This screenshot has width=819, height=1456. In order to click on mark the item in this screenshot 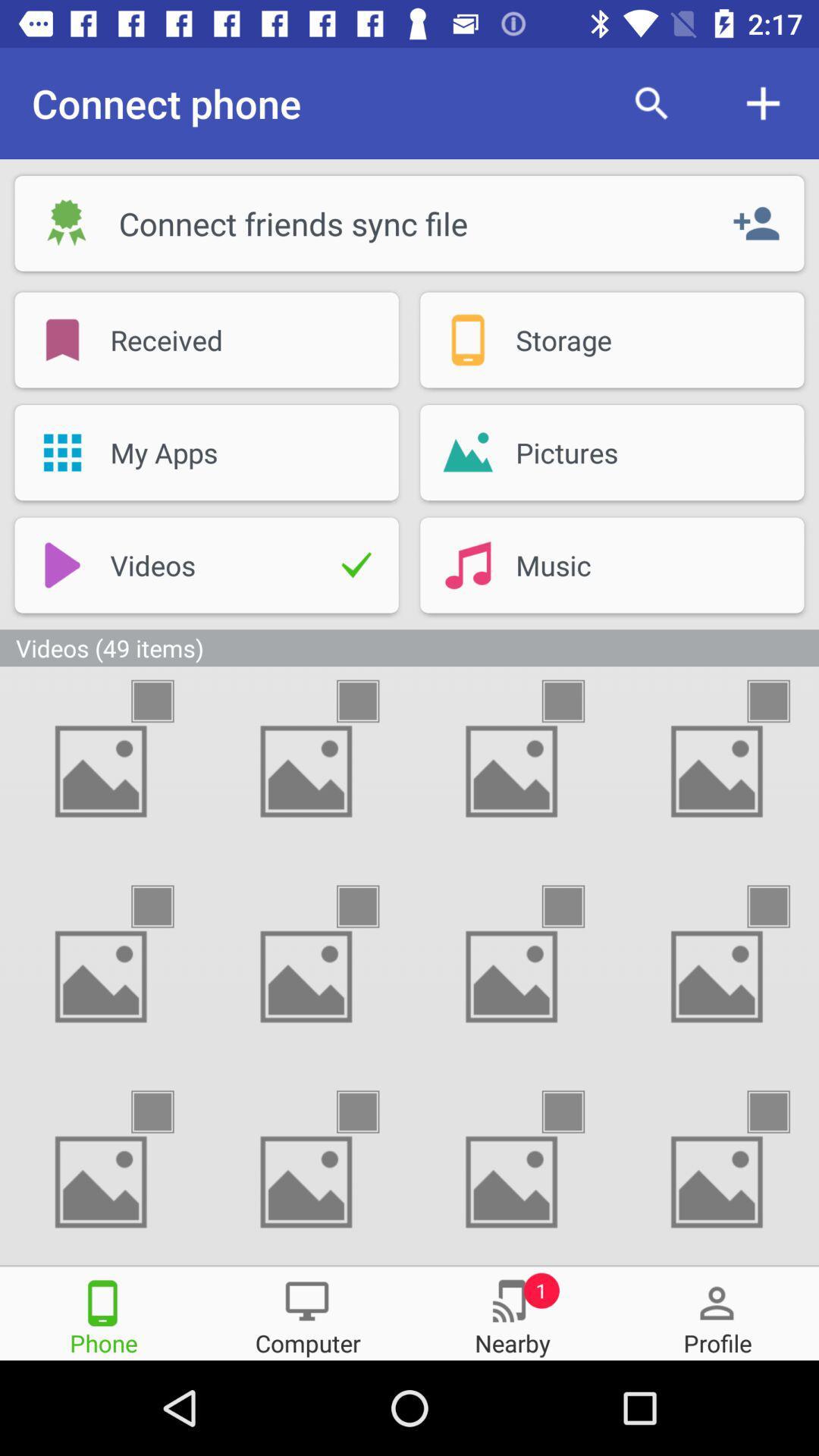, I will do `click(166, 700)`.